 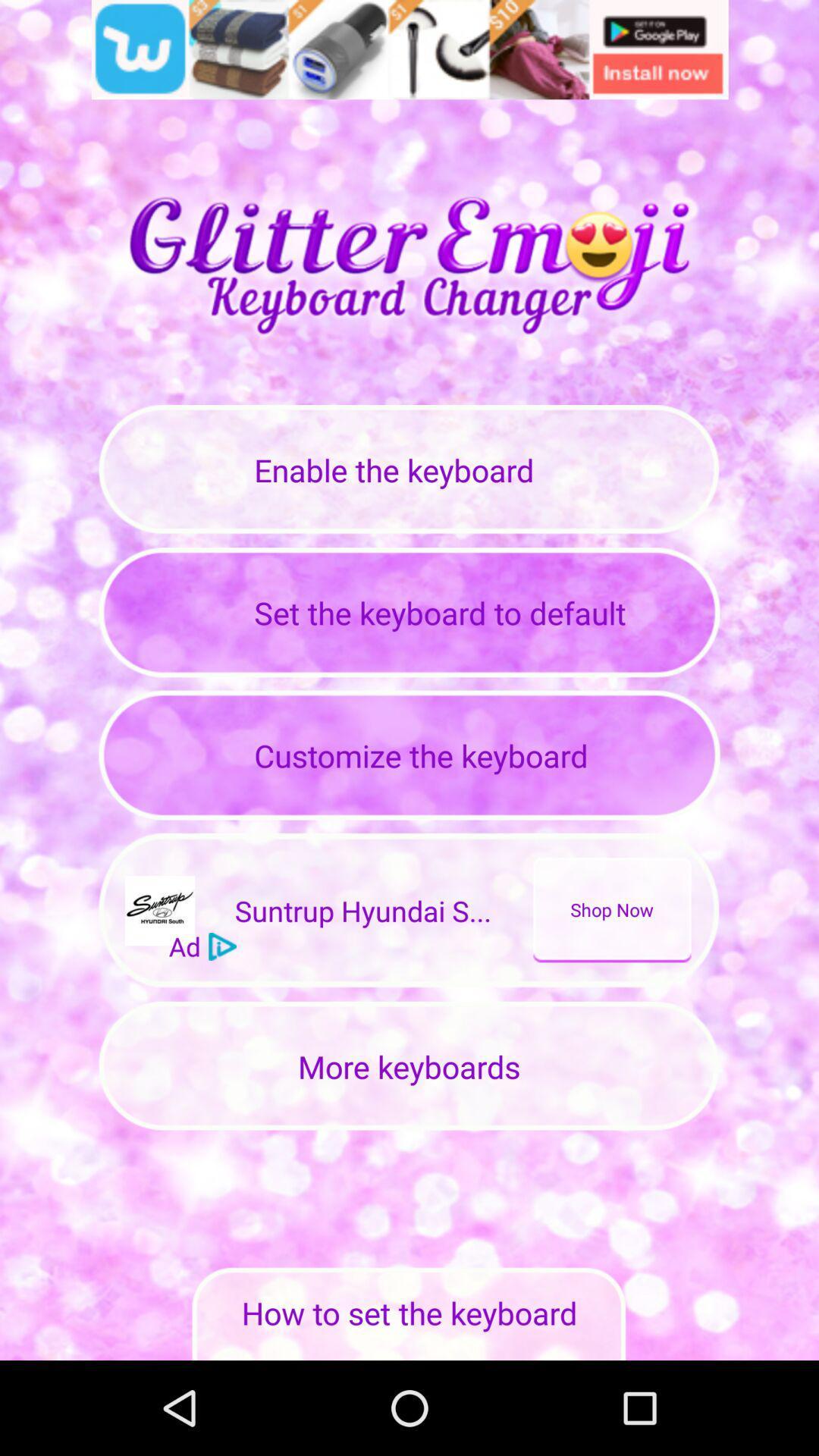 What do you see at coordinates (409, 49) in the screenshot?
I see `shopping page` at bounding box center [409, 49].